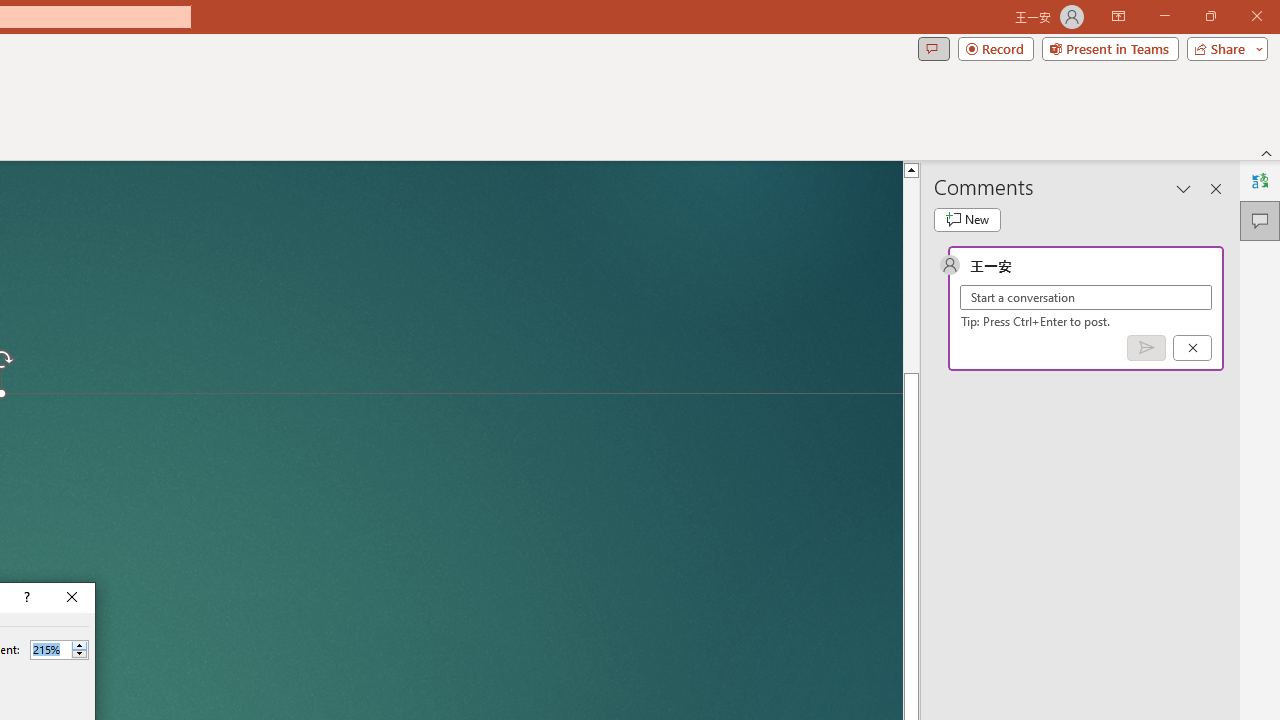 The width and height of the screenshot is (1280, 720). Describe the element at coordinates (910, 275) in the screenshot. I see `'Page up'` at that location.